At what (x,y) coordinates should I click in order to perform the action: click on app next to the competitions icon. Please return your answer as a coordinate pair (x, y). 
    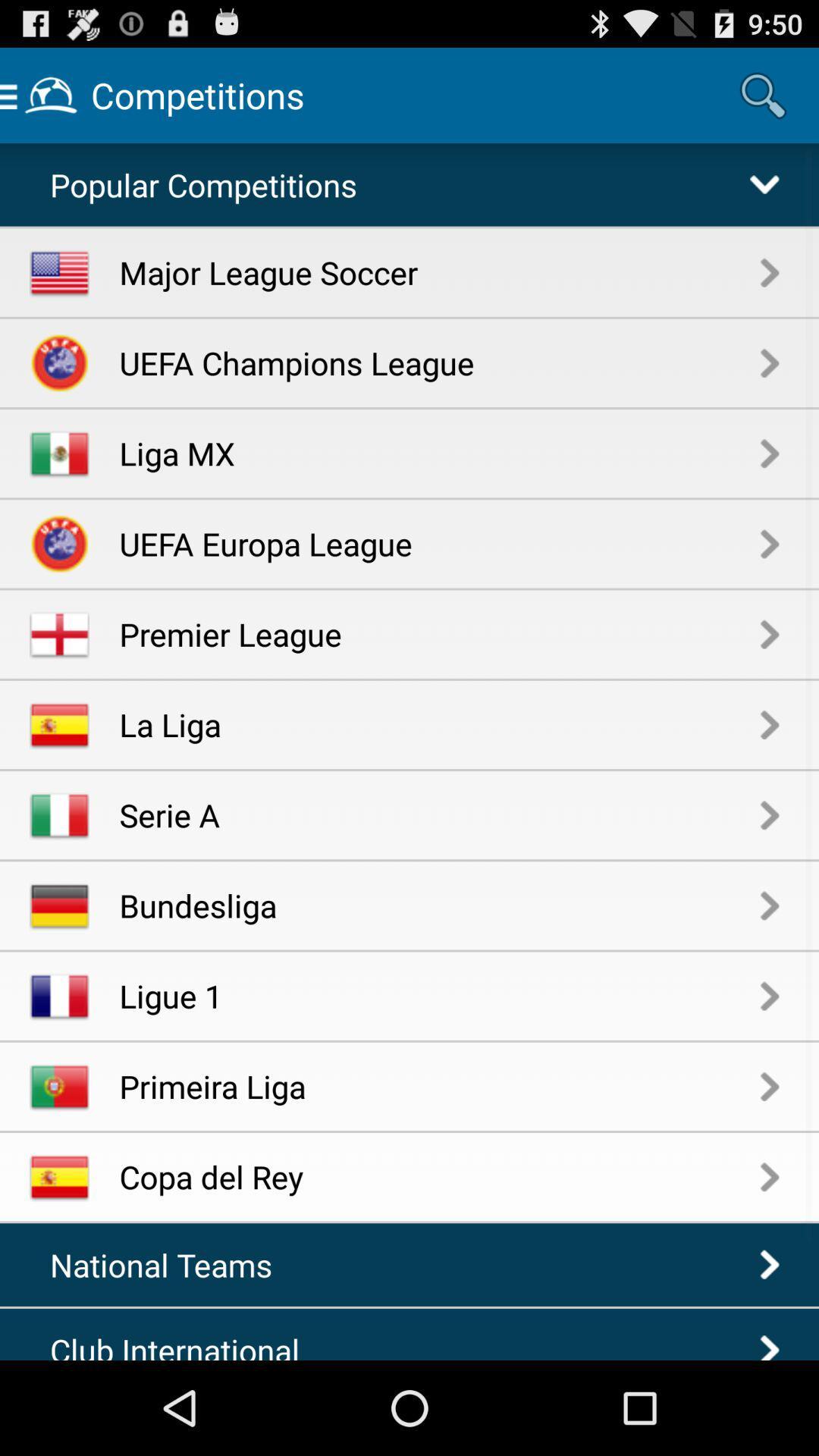
    Looking at the image, I should click on (763, 94).